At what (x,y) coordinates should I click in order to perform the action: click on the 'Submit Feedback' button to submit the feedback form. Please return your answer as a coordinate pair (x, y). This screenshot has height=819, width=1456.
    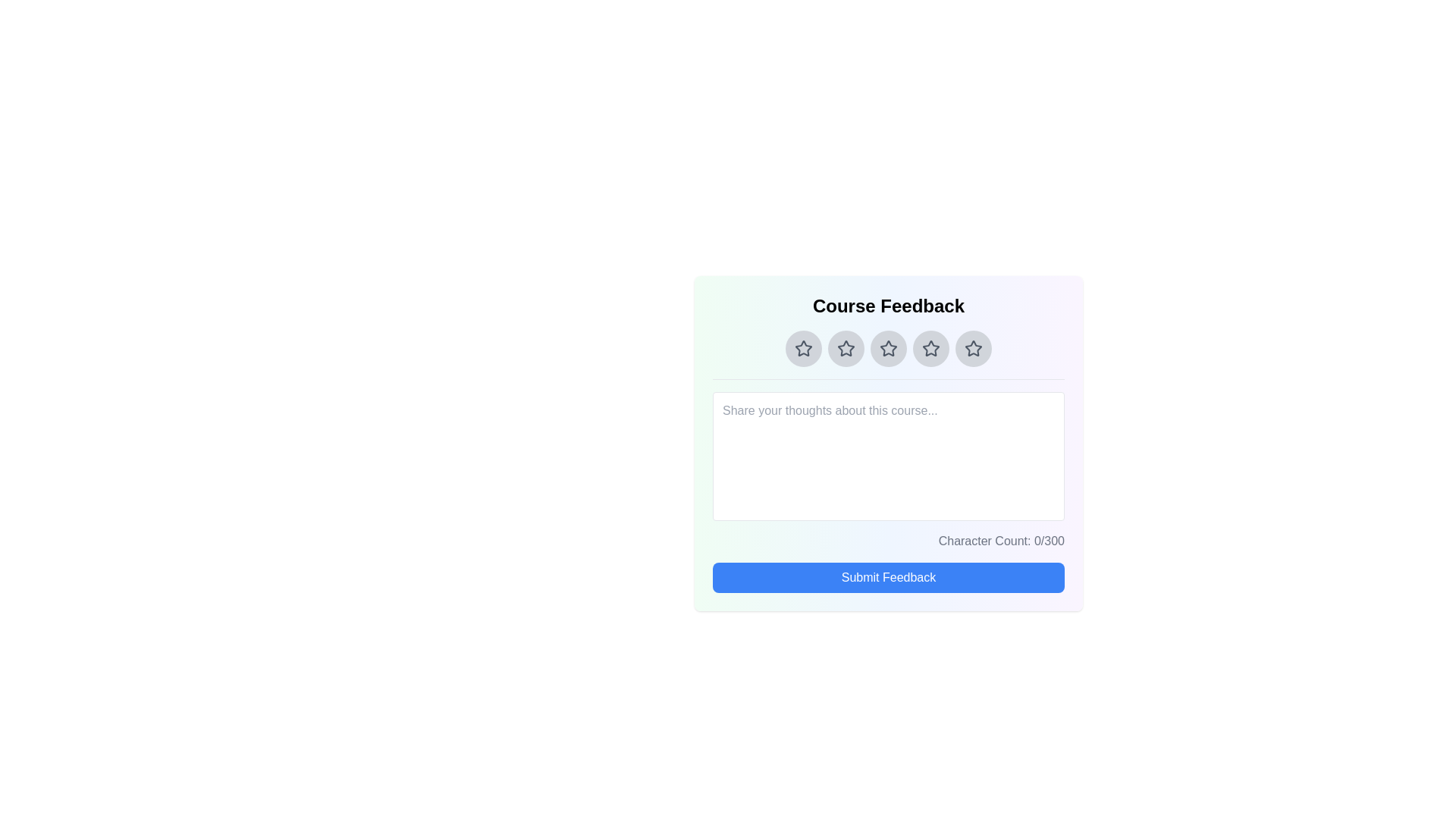
    Looking at the image, I should click on (888, 578).